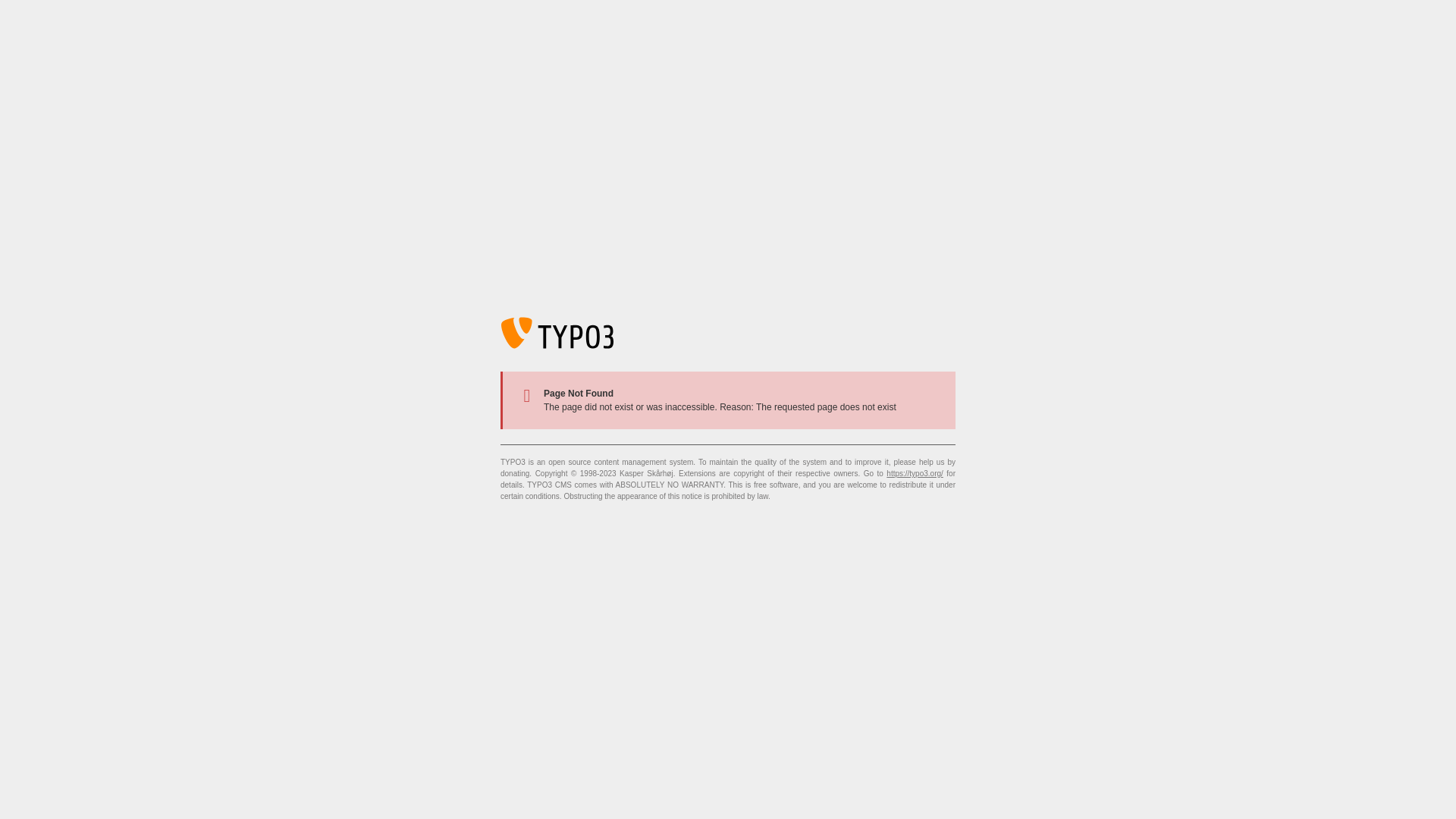 This screenshot has height=819, width=1456. Describe the element at coordinates (914, 472) in the screenshot. I see `'https://typo3.org/'` at that location.